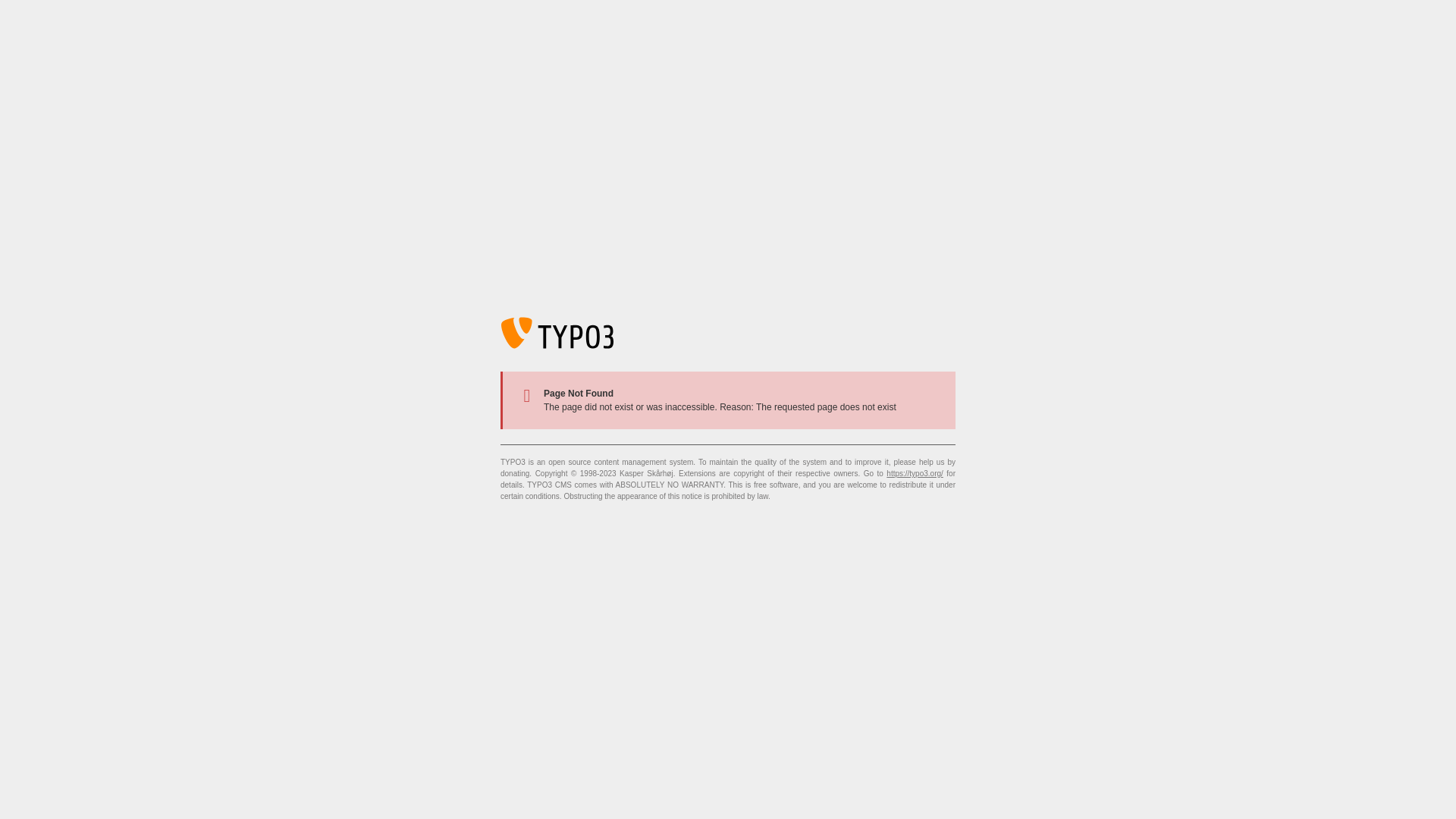 This screenshot has height=819, width=1456. Describe the element at coordinates (914, 472) in the screenshot. I see `'https://typo3.org/'` at that location.